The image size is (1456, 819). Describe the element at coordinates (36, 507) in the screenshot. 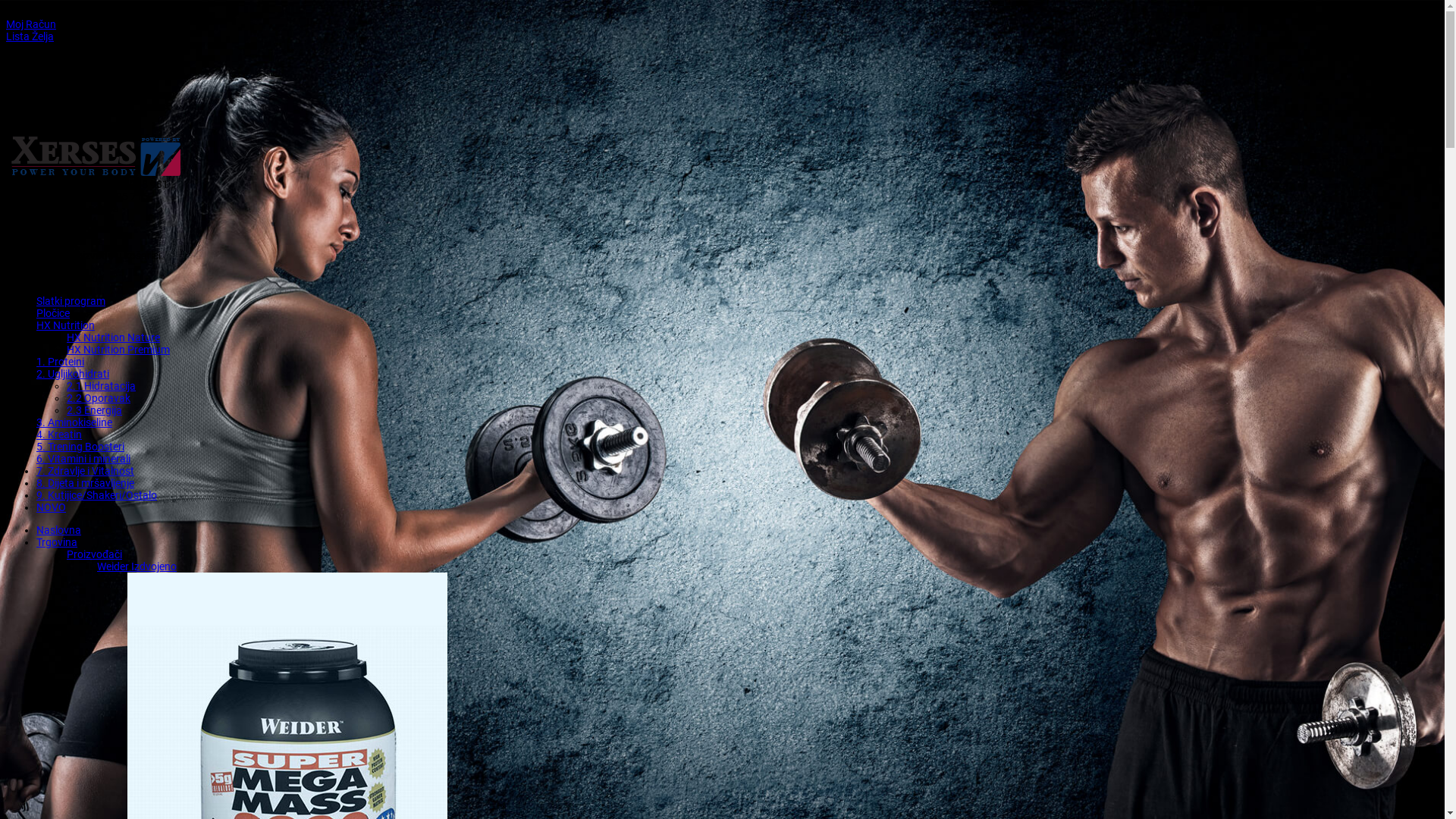

I see `'NOVO'` at that location.